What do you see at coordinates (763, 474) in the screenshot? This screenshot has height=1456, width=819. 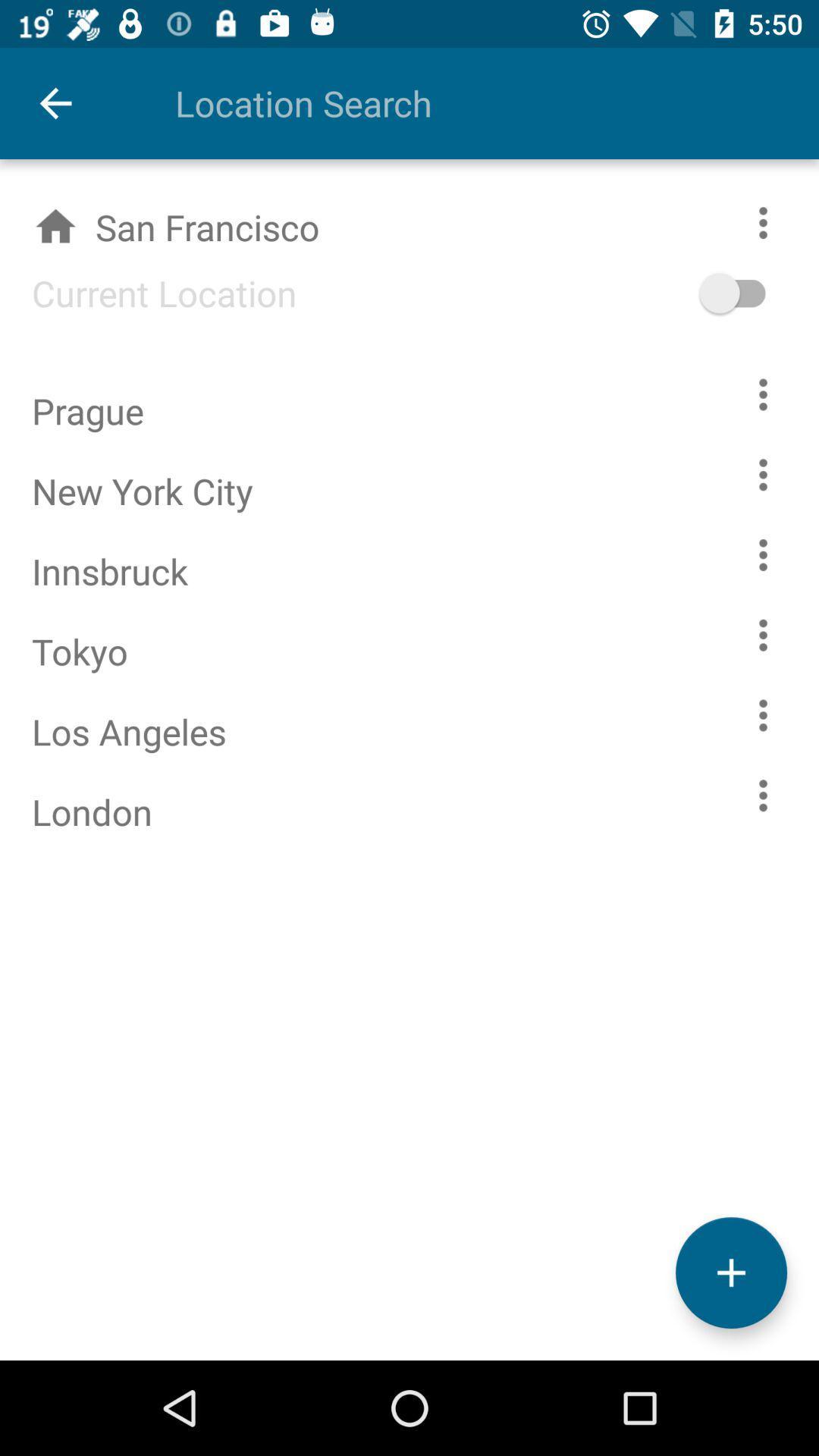 I see `more options` at bounding box center [763, 474].